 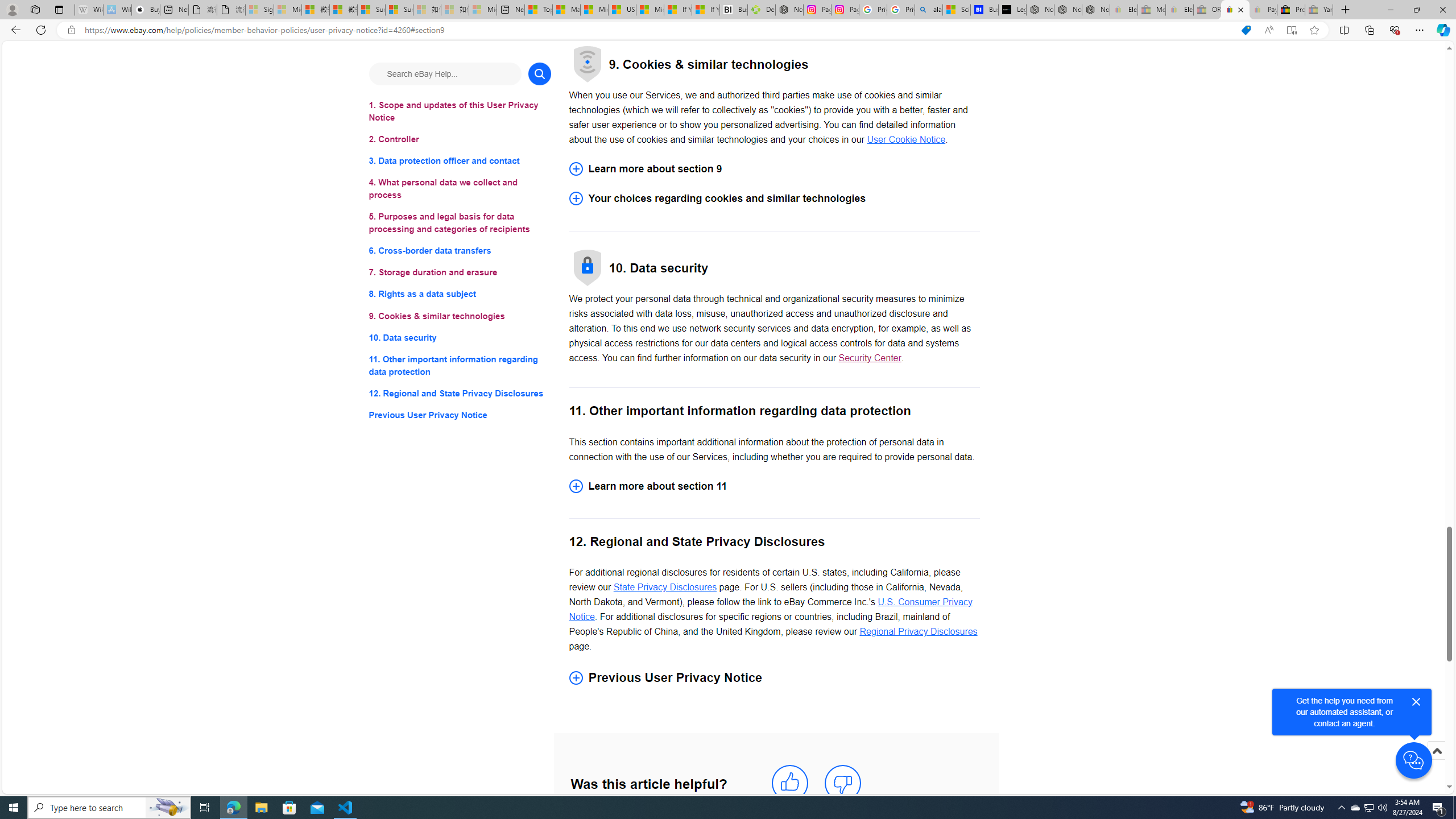 I want to click on '4. What personal data we collect and process', so click(x=459, y=189).